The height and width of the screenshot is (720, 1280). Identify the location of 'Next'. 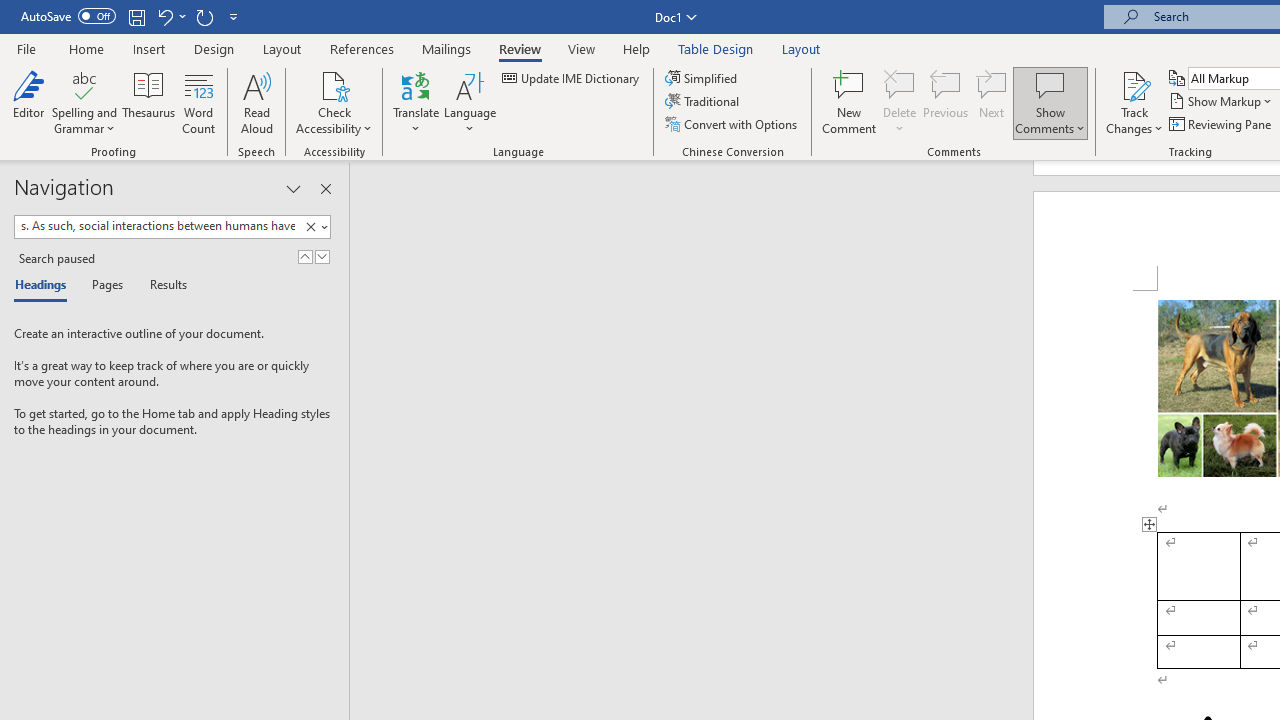
(992, 103).